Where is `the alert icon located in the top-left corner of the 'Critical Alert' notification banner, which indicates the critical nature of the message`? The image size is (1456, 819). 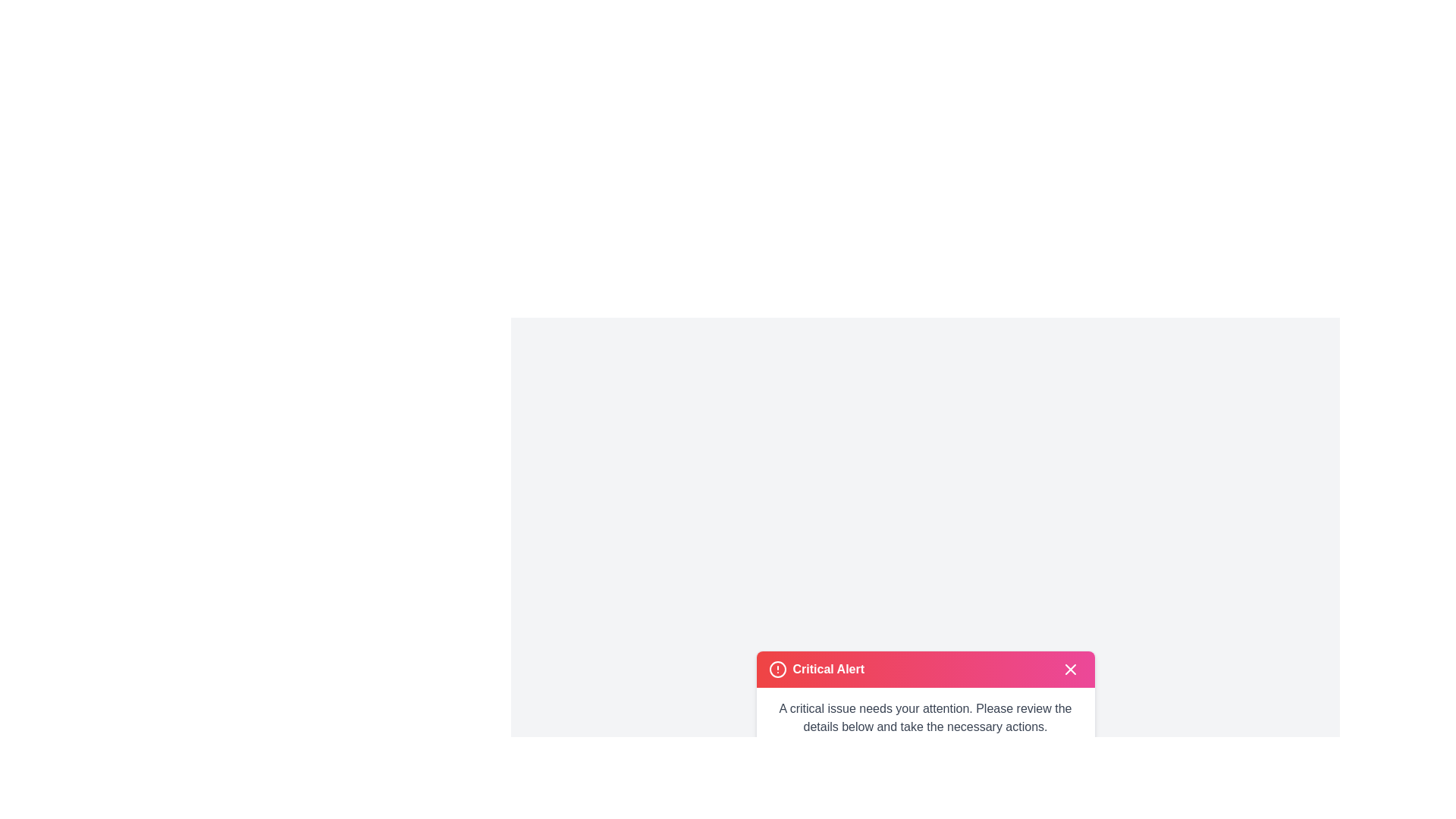
the alert icon located in the top-left corner of the 'Critical Alert' notification banner, which indicates the critical nature of the message is located at coordinates (777, 668).